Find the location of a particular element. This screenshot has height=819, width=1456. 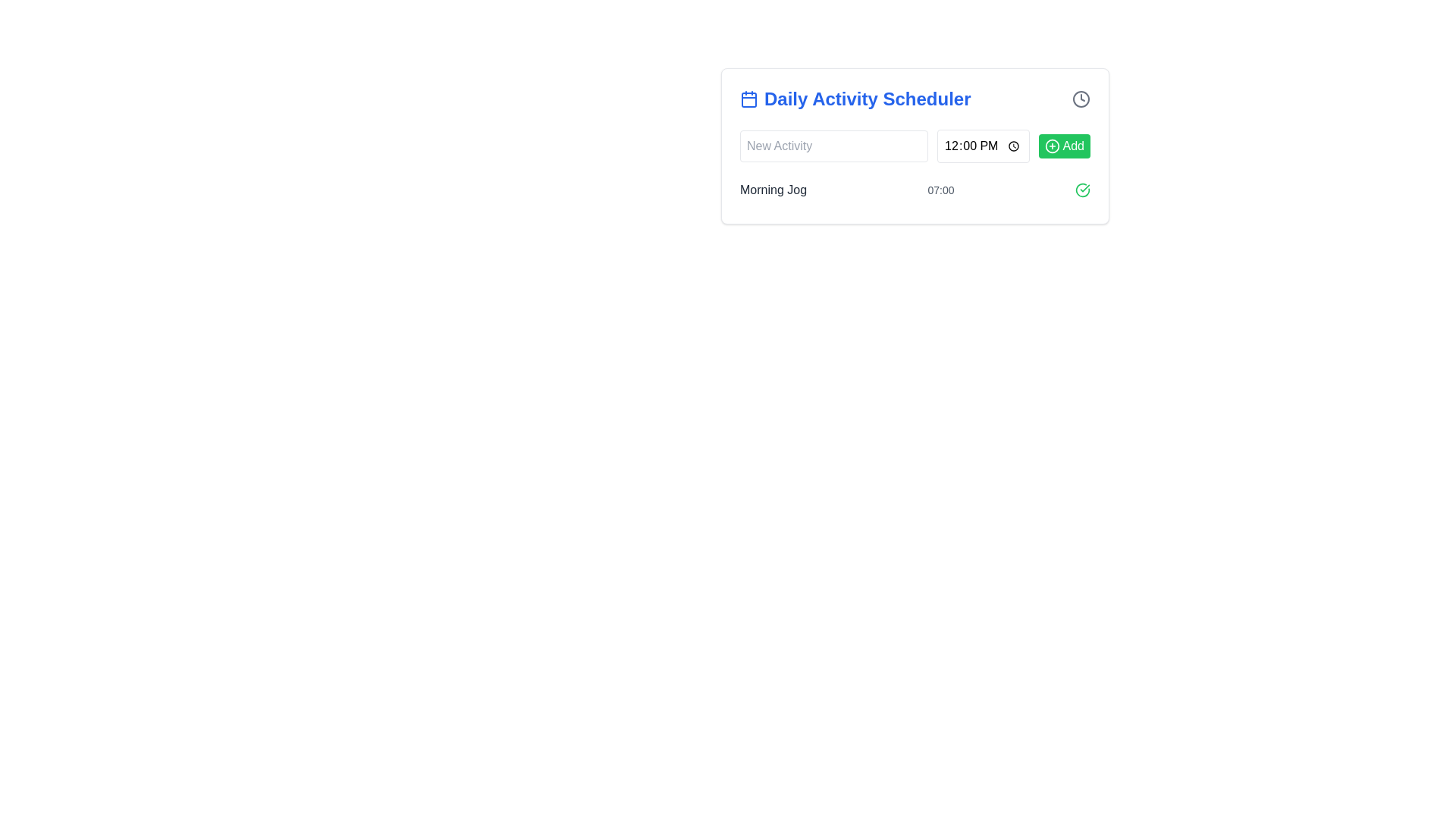

into the Time Input field displaying '12:00 PM' to interact with it is located at coordinates (983, 146).